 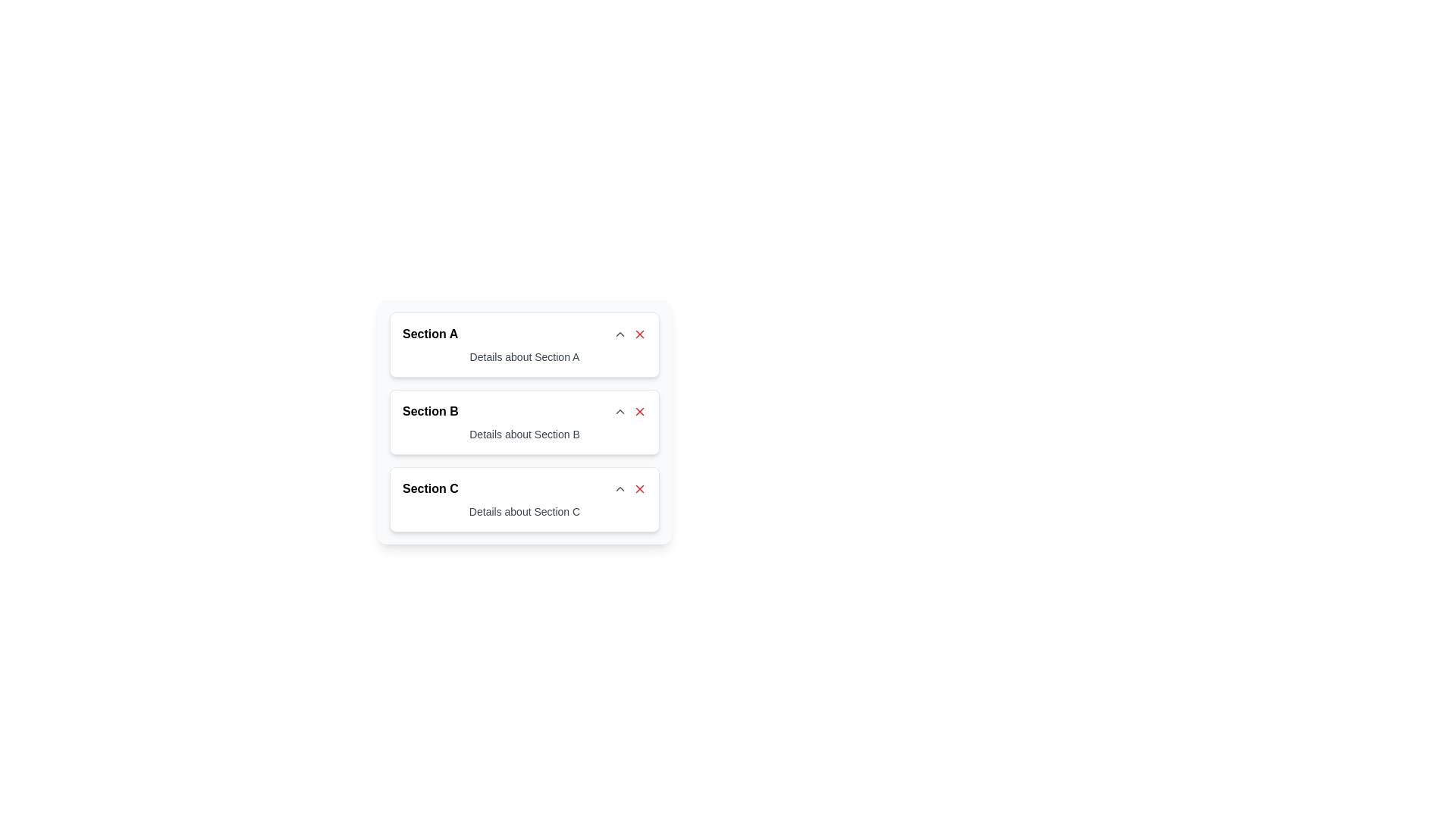 What do you see at coordinates (640, 488) in the screenshot?
I see `the red close icon button located at the rightmost side of the 'Section C' header` at bounding box center [640, 488].